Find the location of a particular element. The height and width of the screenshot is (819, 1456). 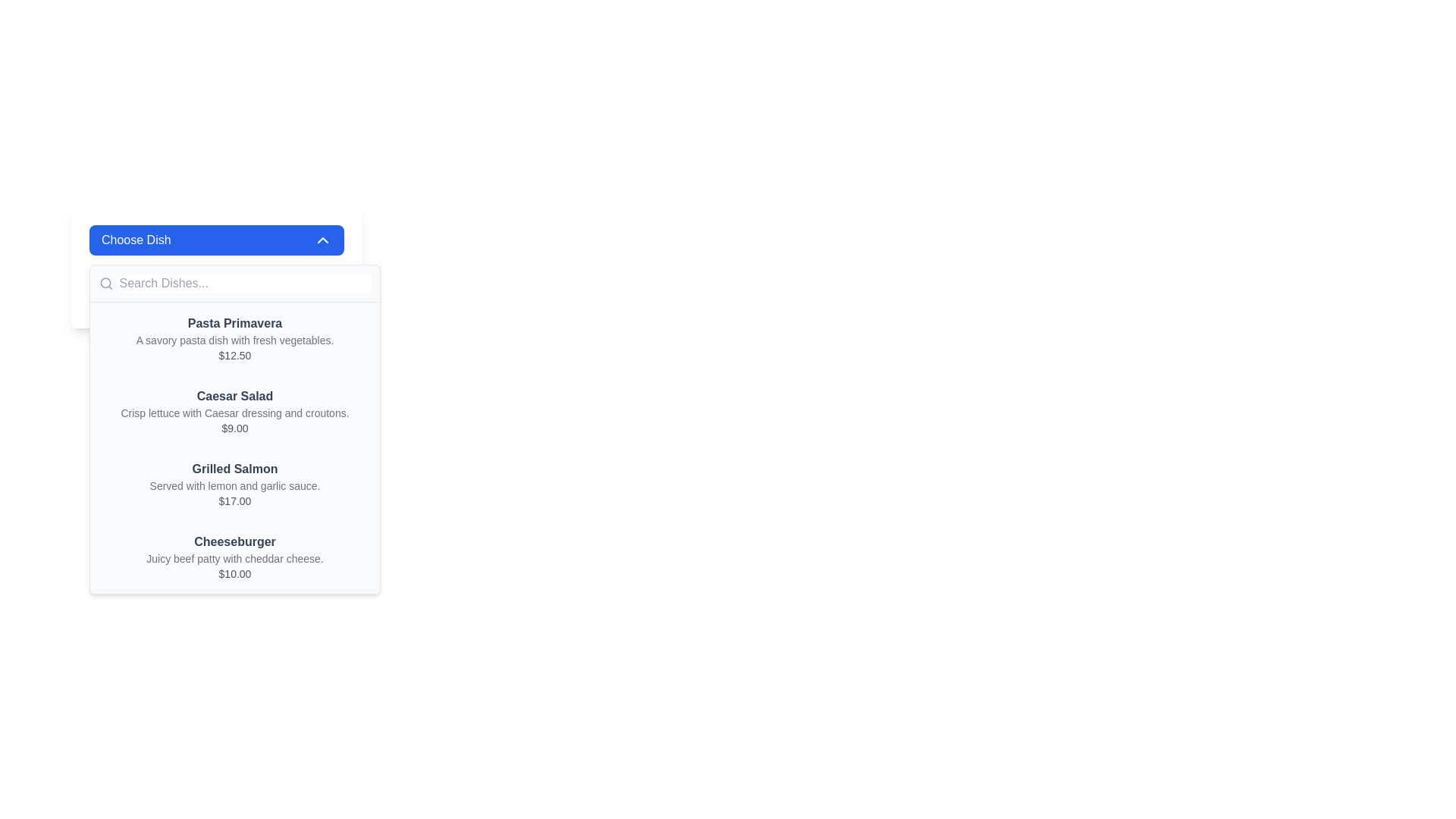

the content of the Text label describing the menu item 'Cheeseburger', located within the 'Cheeseburger' menu card, positioned below the title and above the price is located at coordinates (234, 558).